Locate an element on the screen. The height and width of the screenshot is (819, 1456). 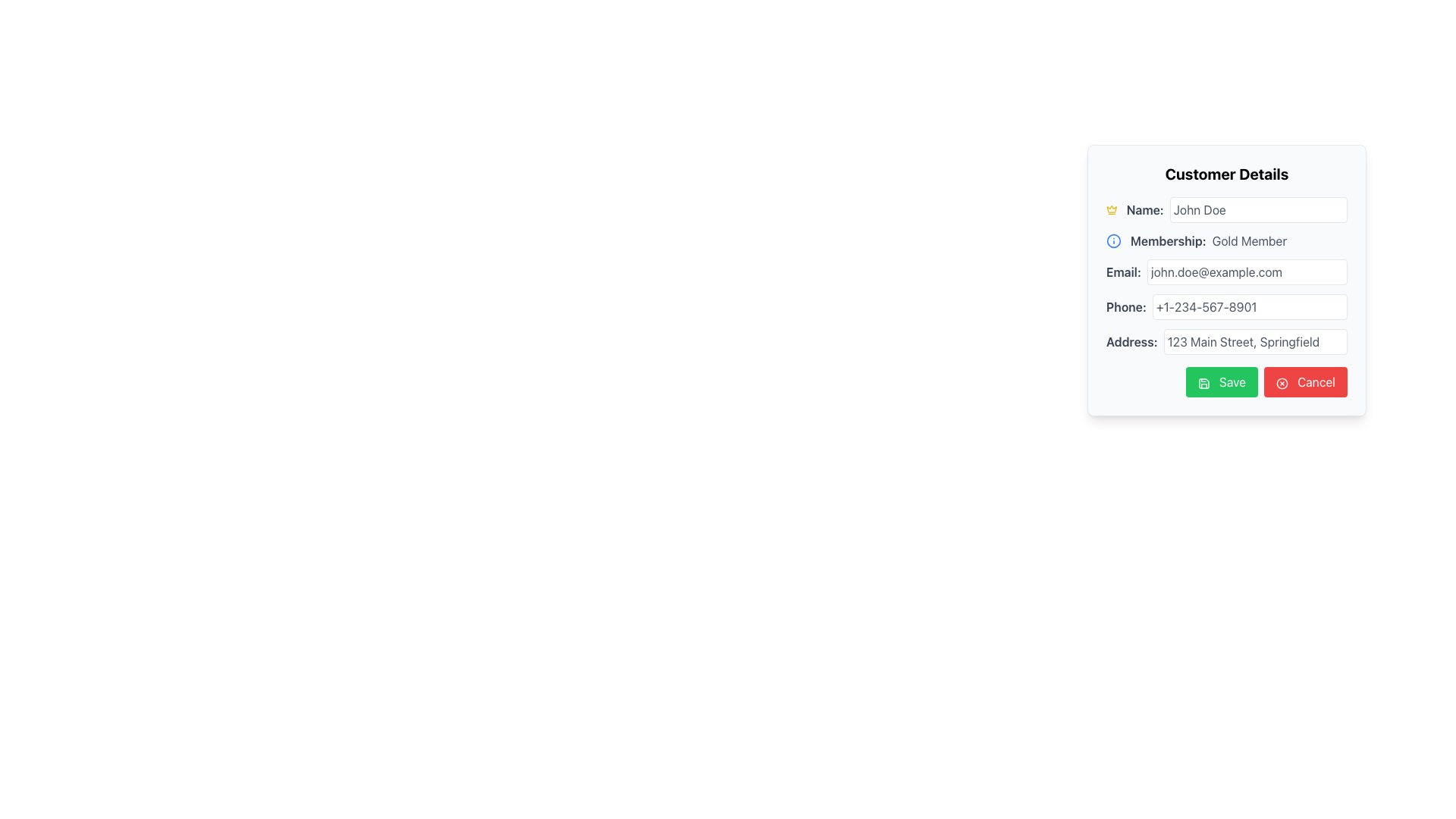
the 'Cancel' button located to the right of the 'Save' button at the bottom of the card-like interface is located at coordinates (1305, 381).